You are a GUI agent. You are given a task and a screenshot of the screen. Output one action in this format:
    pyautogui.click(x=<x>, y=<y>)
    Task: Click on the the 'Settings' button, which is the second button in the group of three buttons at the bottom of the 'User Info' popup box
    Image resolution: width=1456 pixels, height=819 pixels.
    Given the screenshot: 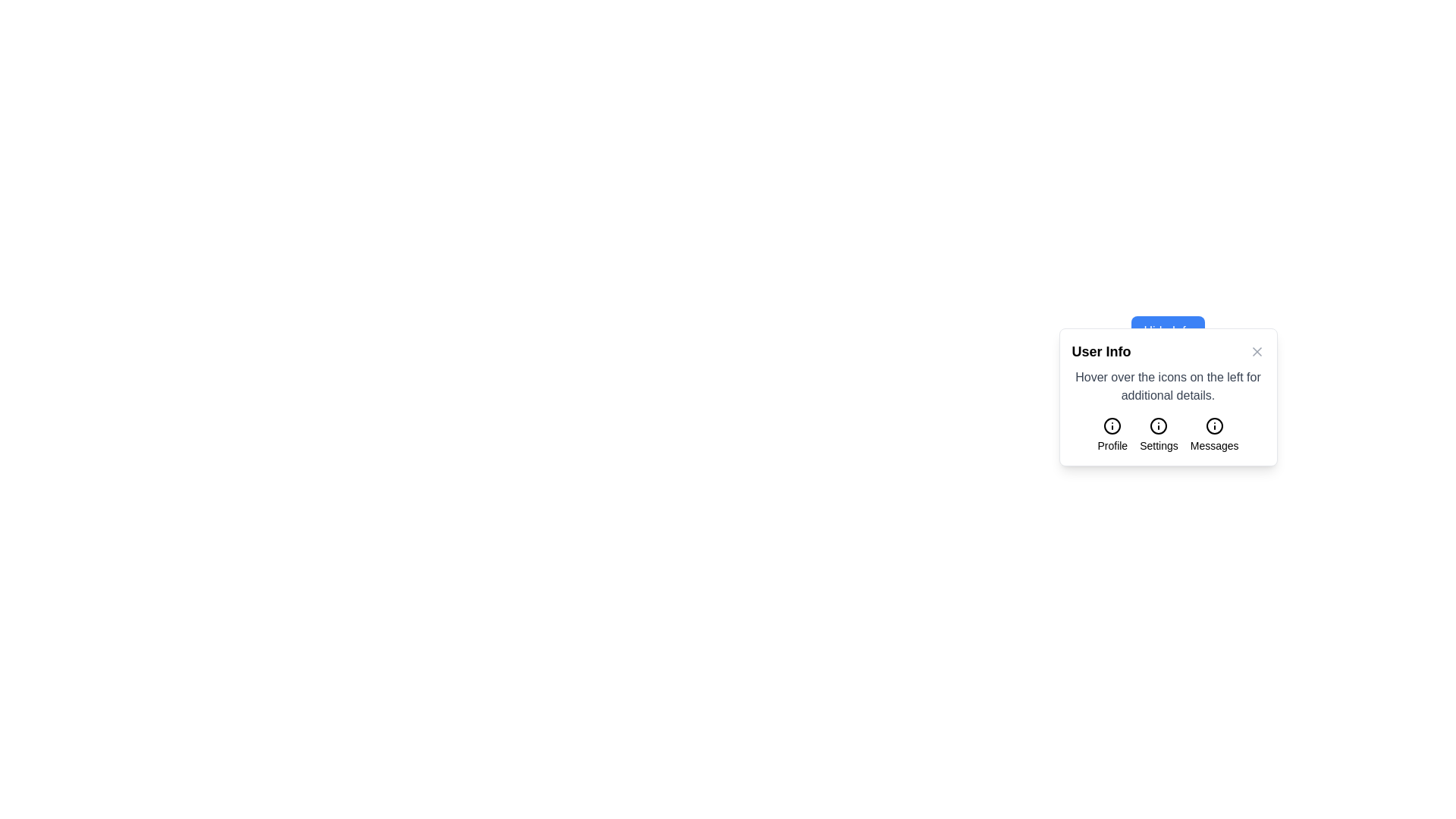 What is the action you would take?
    pyautogui.click(x=1167, y=435)
    